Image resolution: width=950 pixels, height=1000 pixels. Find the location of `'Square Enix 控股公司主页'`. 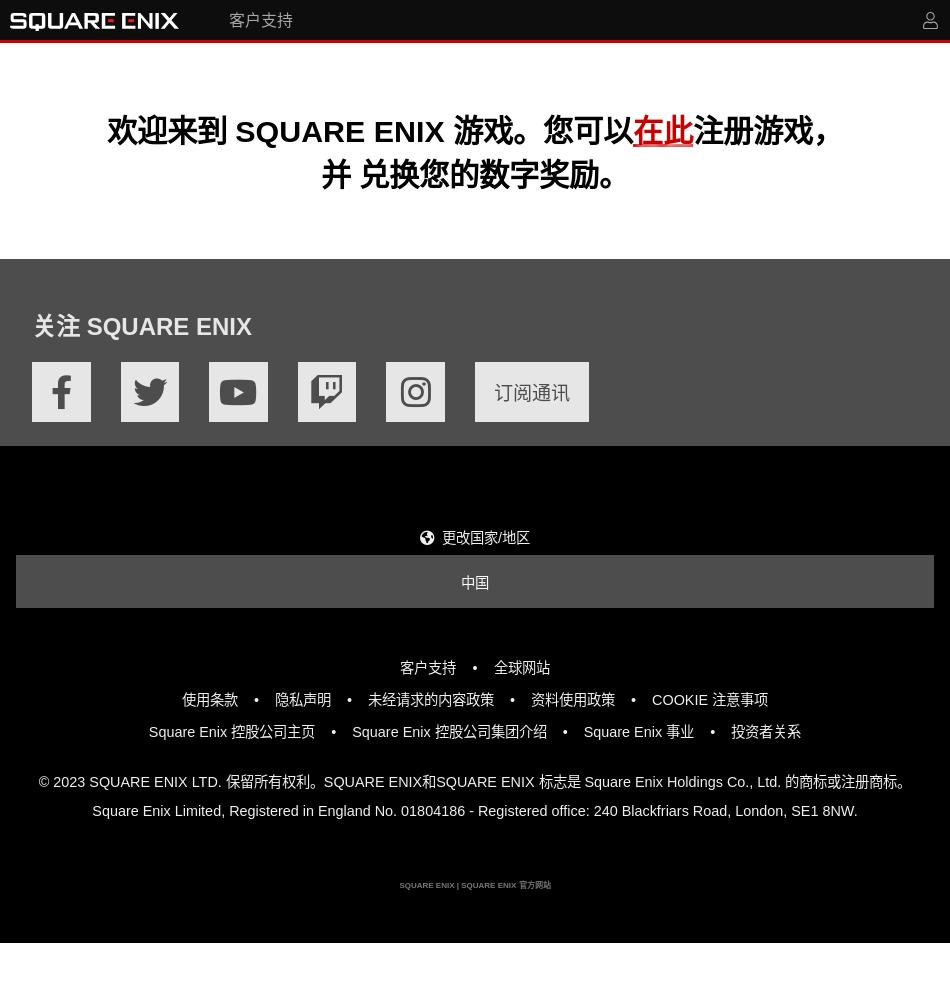

'Square Enix 控股公司主页' is located at coordinates (231, 731).